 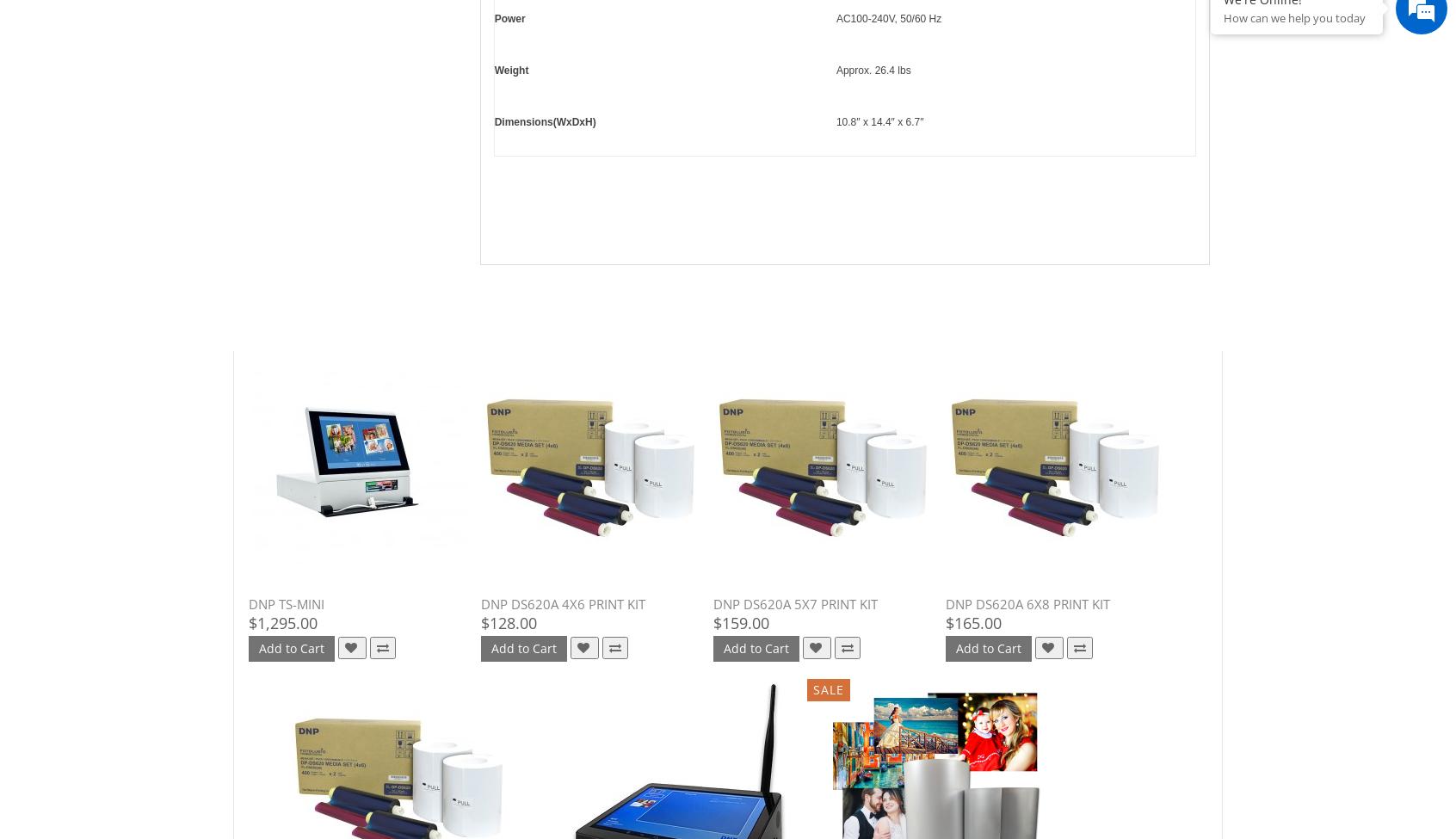 What do you see at coordinates (795, 603) in the screenshot?
I see `'DNP DS620A 5x7 Print Kit'` at bounding box center [795, 603].